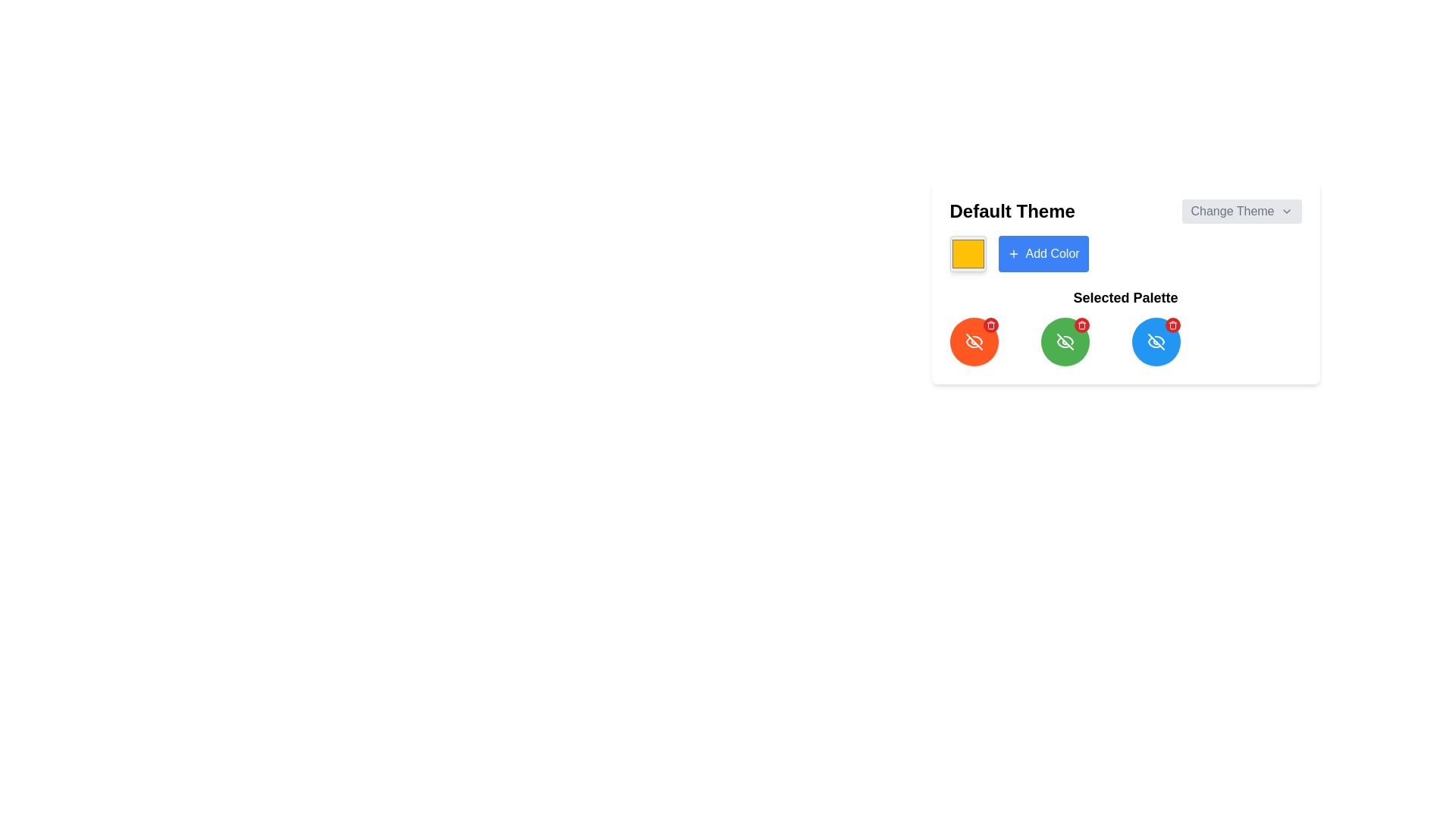 The width and height of the screenshot is (1456, 819). What do you see at coordinates (990, 324) in the screenshot?
I see `the trash bin icon button located at the top-right corner of each circular palette item within the 'Selected Palette' section` at bounding box center [990, 324].